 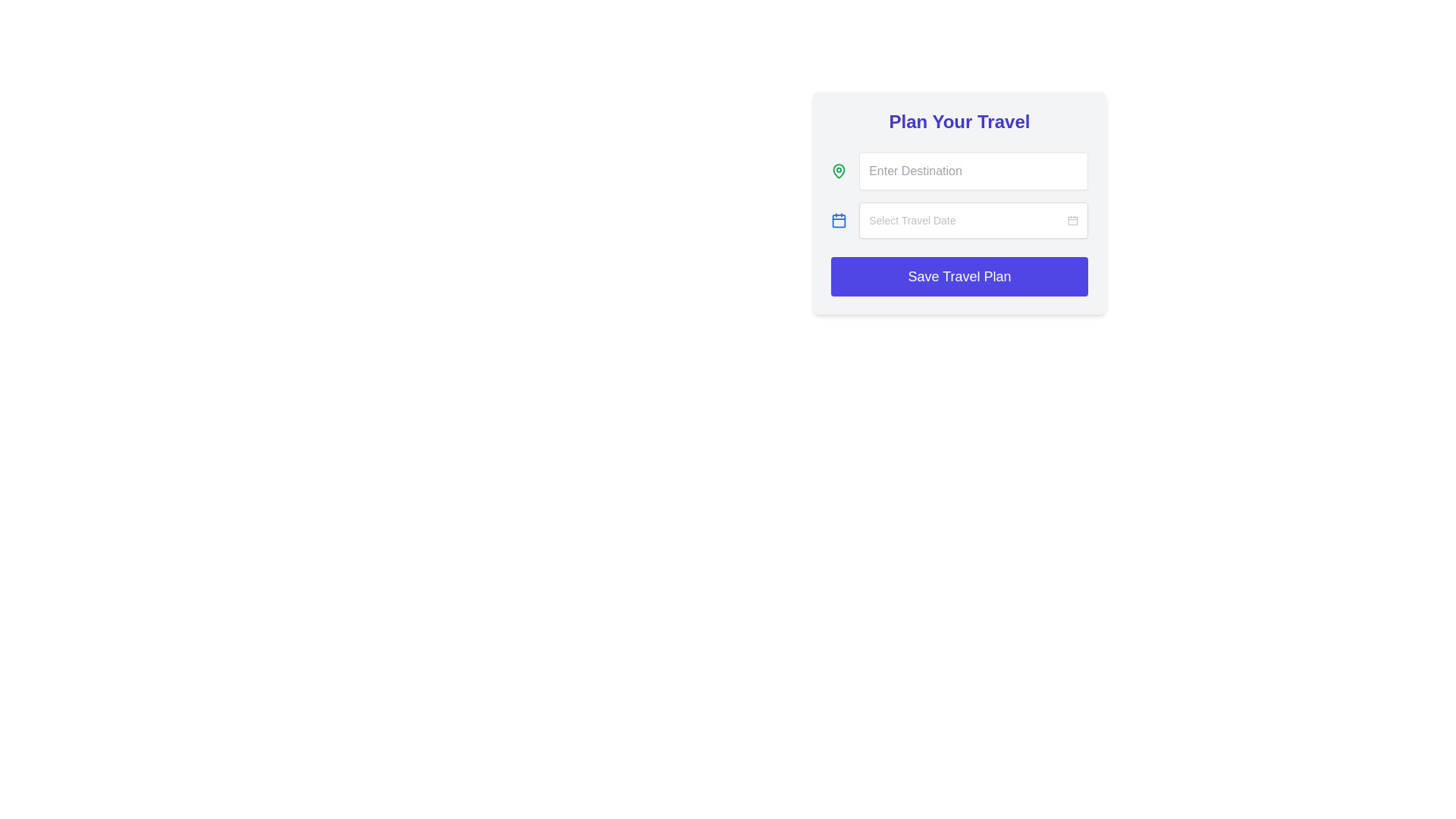 What do you see at coordinates (974, 220) in the screenshot?
I see `the date picker input field located below the 'Enter Destination' input field and above the 'Save Travel Plan' button to enable keyboard input` at bounding box center [974, 220].